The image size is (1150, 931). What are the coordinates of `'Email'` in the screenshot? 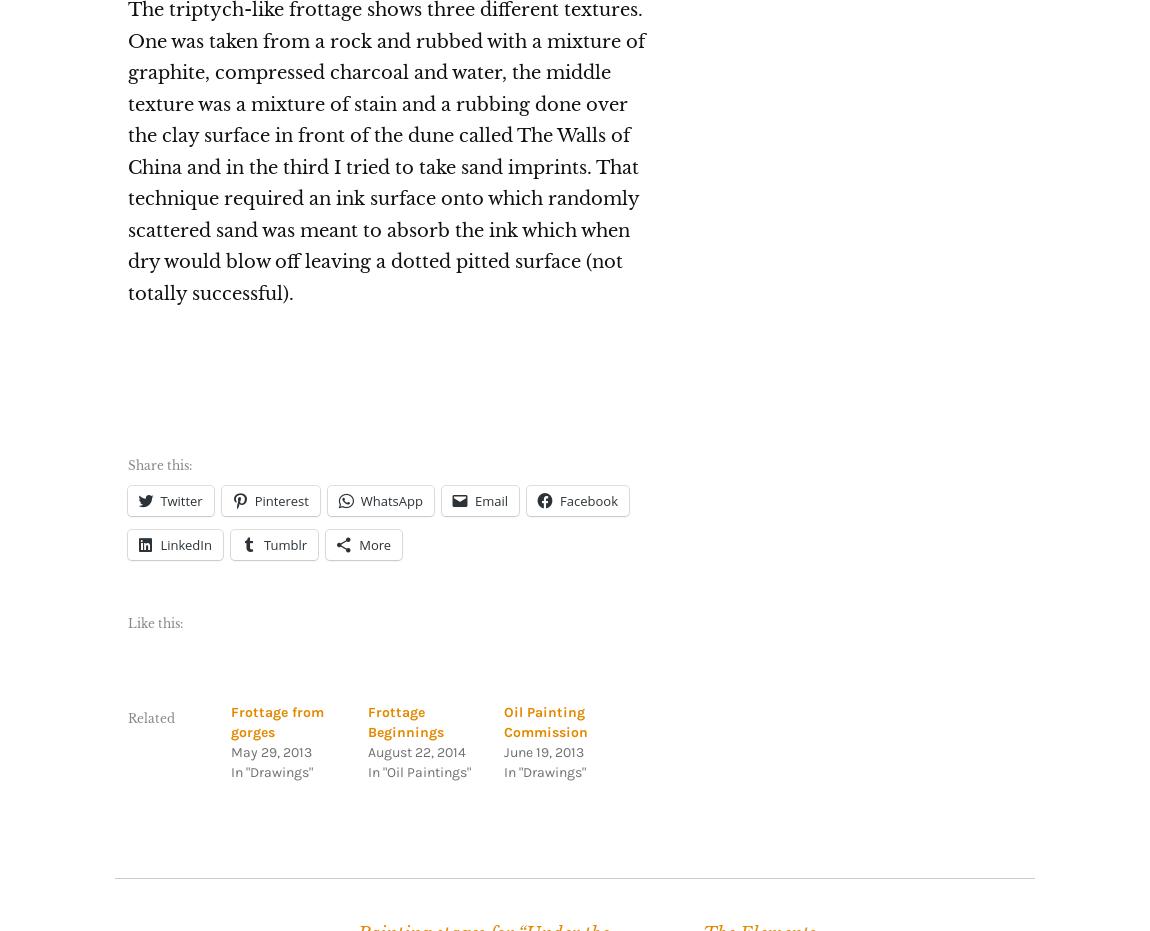 It's located at (491, 500).